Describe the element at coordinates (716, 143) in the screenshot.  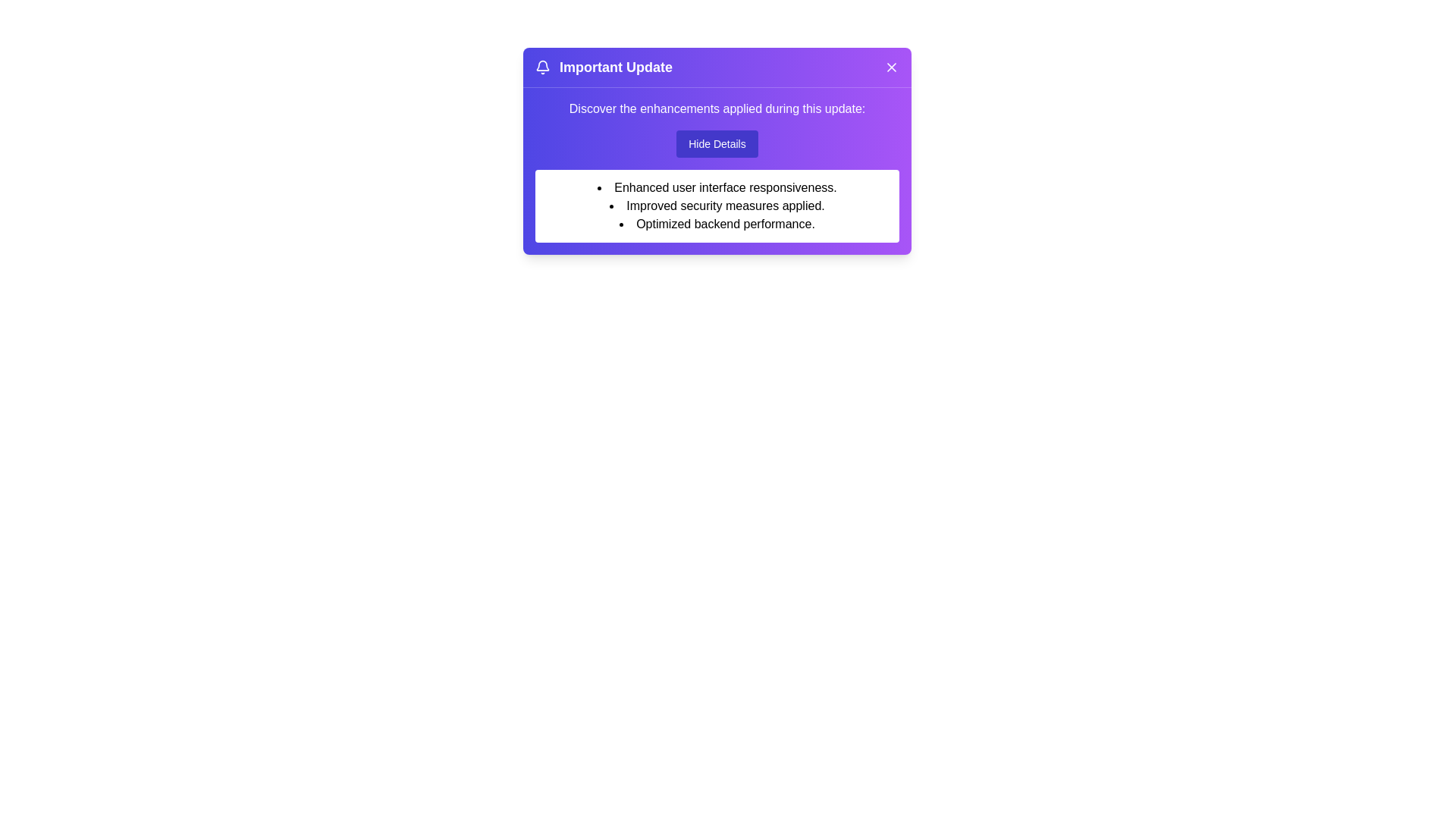
I see `the 'Hide Details' button to trigger the hover effect` at that location.